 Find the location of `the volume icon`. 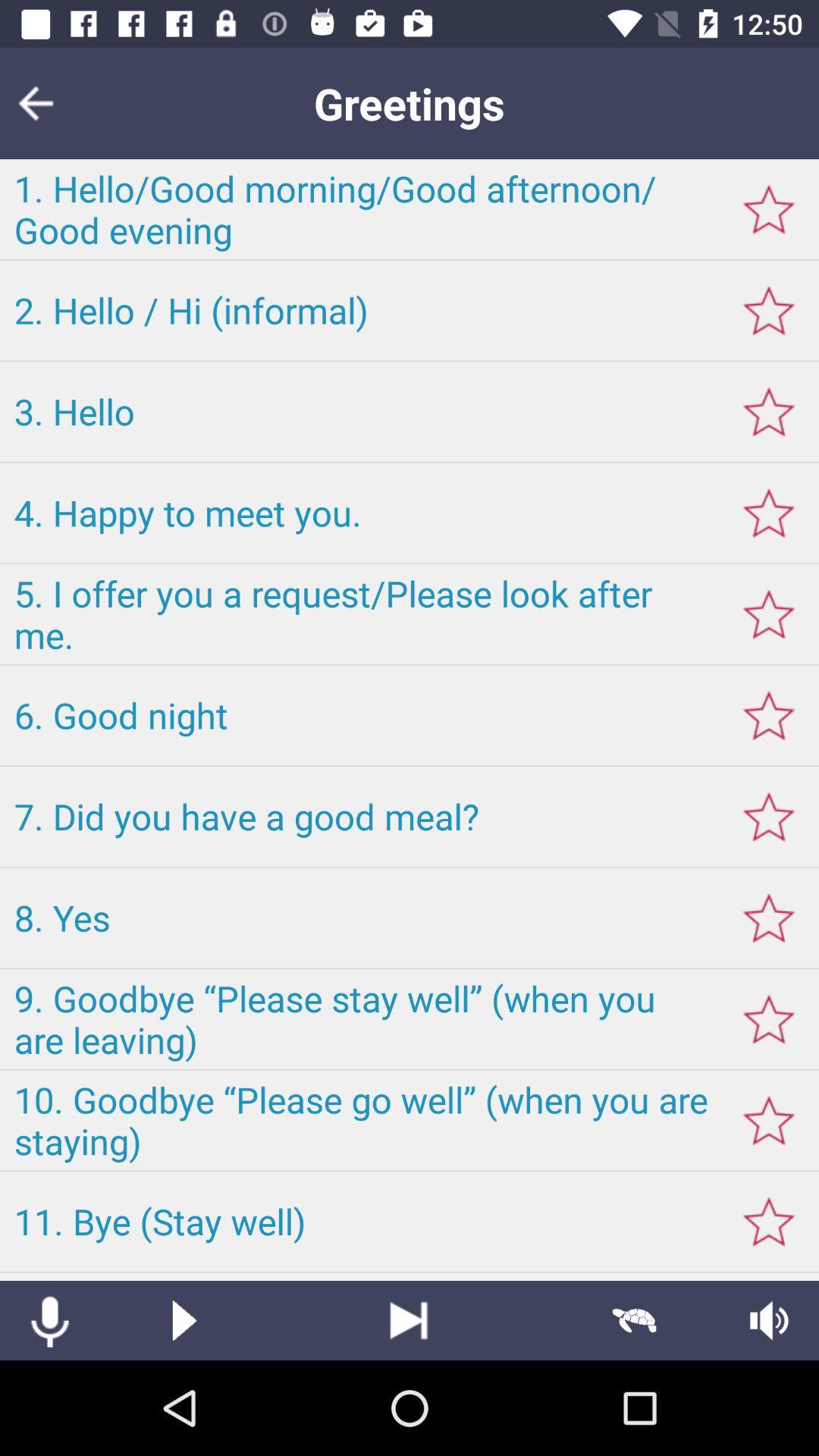

the volume icon is located at coordinates (769, 1319).